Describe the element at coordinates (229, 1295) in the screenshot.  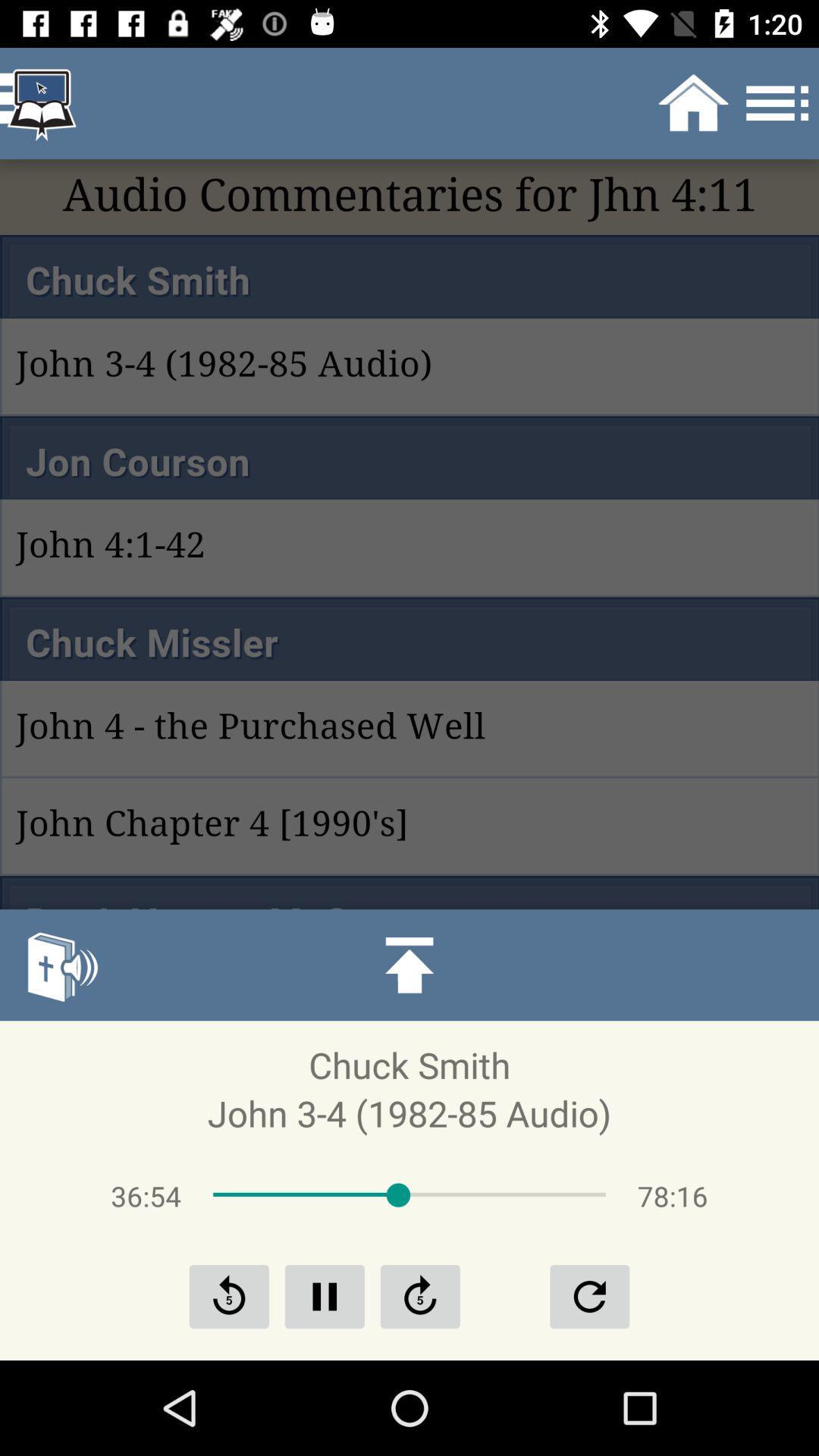
I see `the av_rewind icon` at that location.